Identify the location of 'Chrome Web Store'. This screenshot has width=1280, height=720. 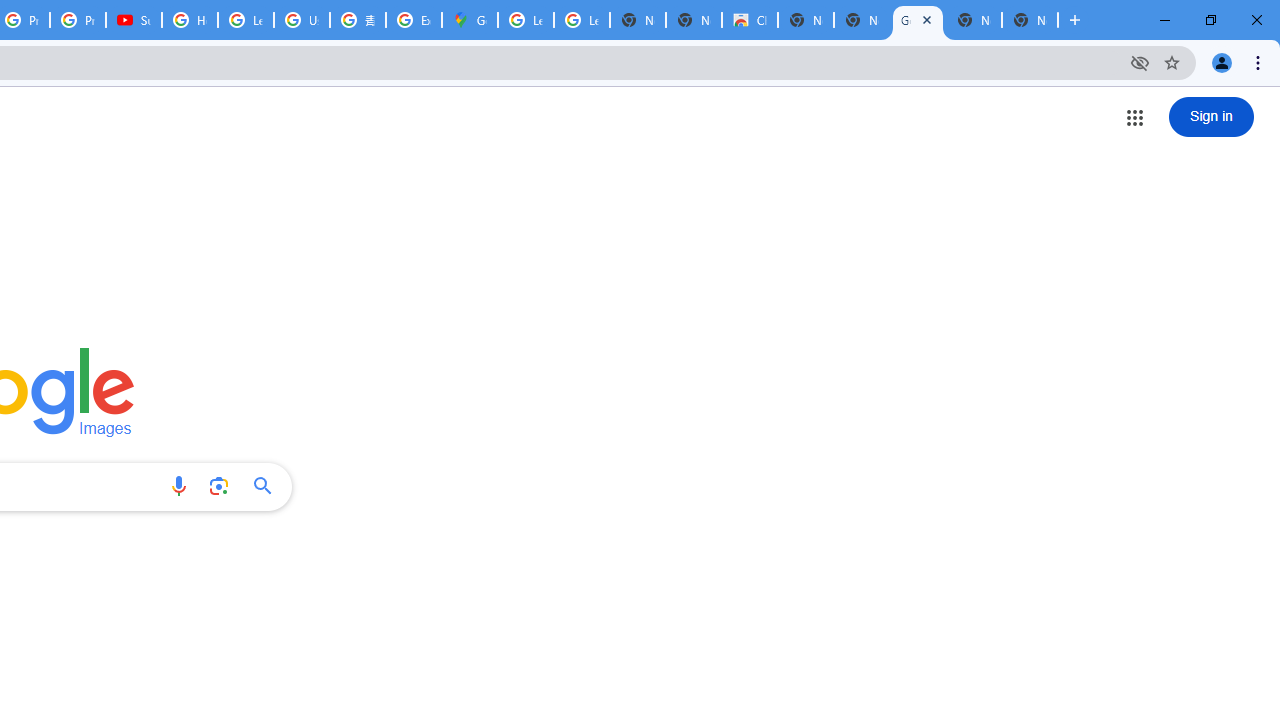
(749, 20).